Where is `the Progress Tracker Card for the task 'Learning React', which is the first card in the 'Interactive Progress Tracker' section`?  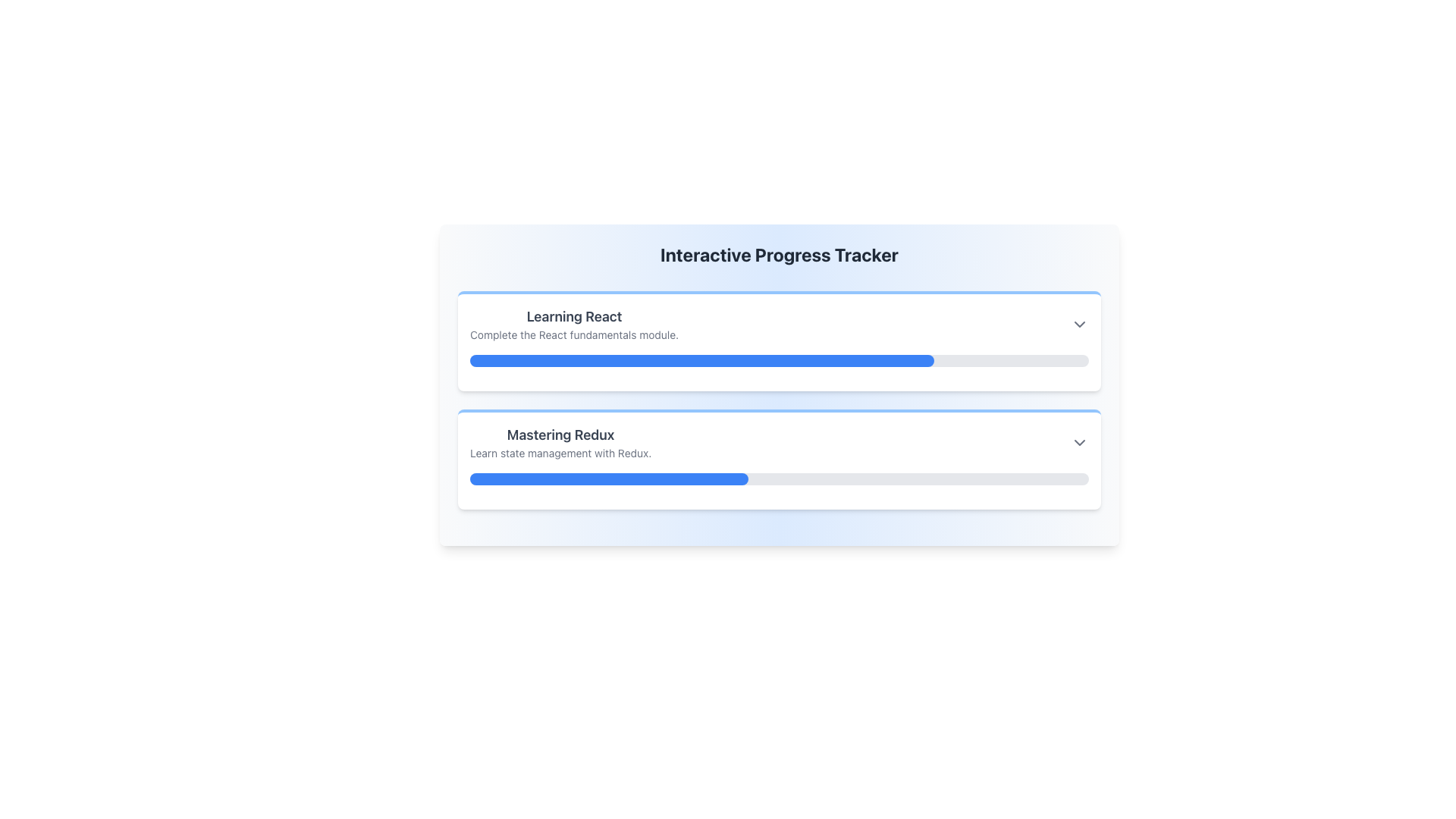
the Progress Tracker Card for the task 'Learning React', which is the first card in the 'Interactive Progress Tracker' section is located at coordinates (779, 341).